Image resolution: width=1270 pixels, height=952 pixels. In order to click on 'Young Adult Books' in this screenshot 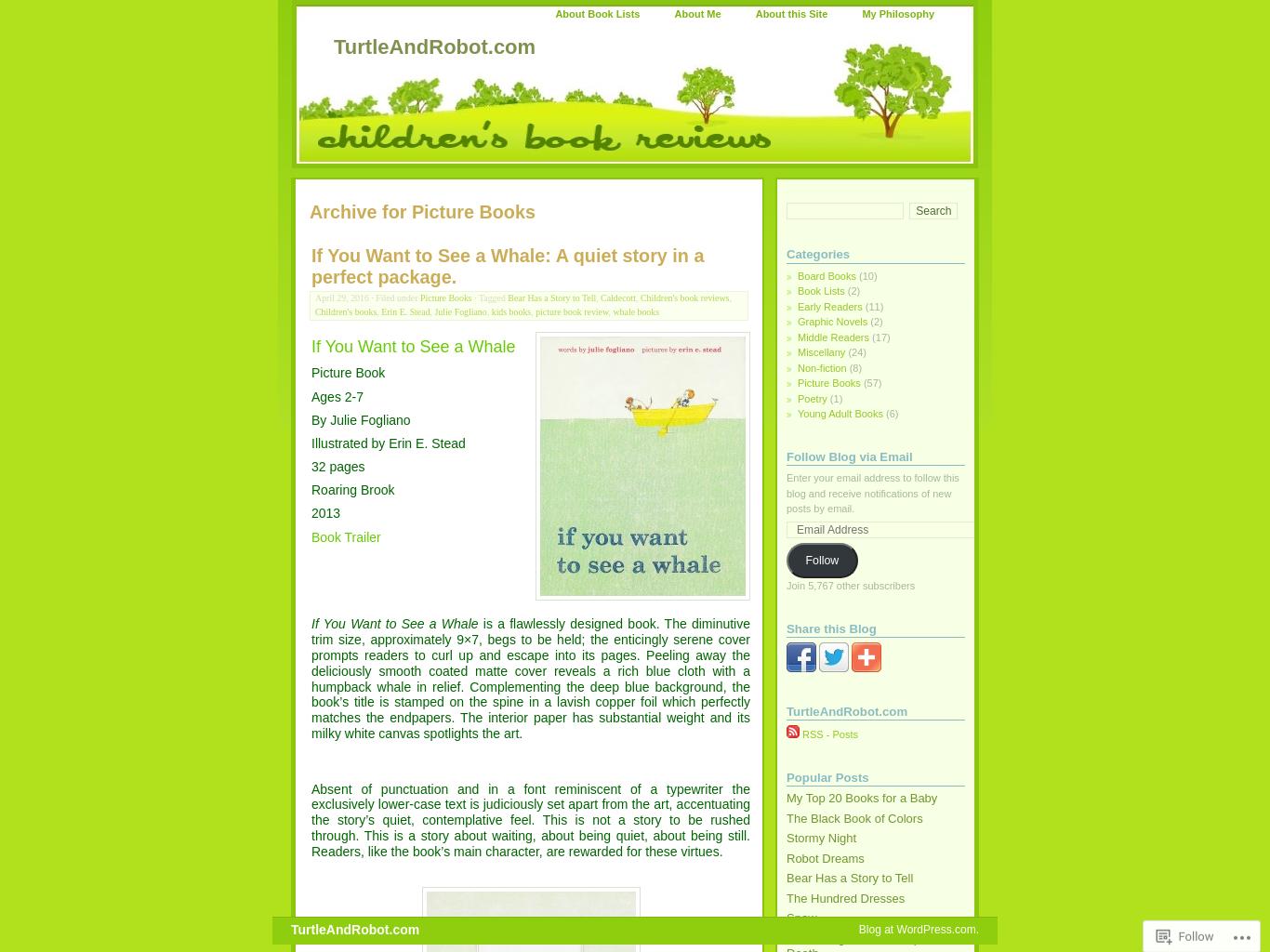, I will do `click(839, 414)`.